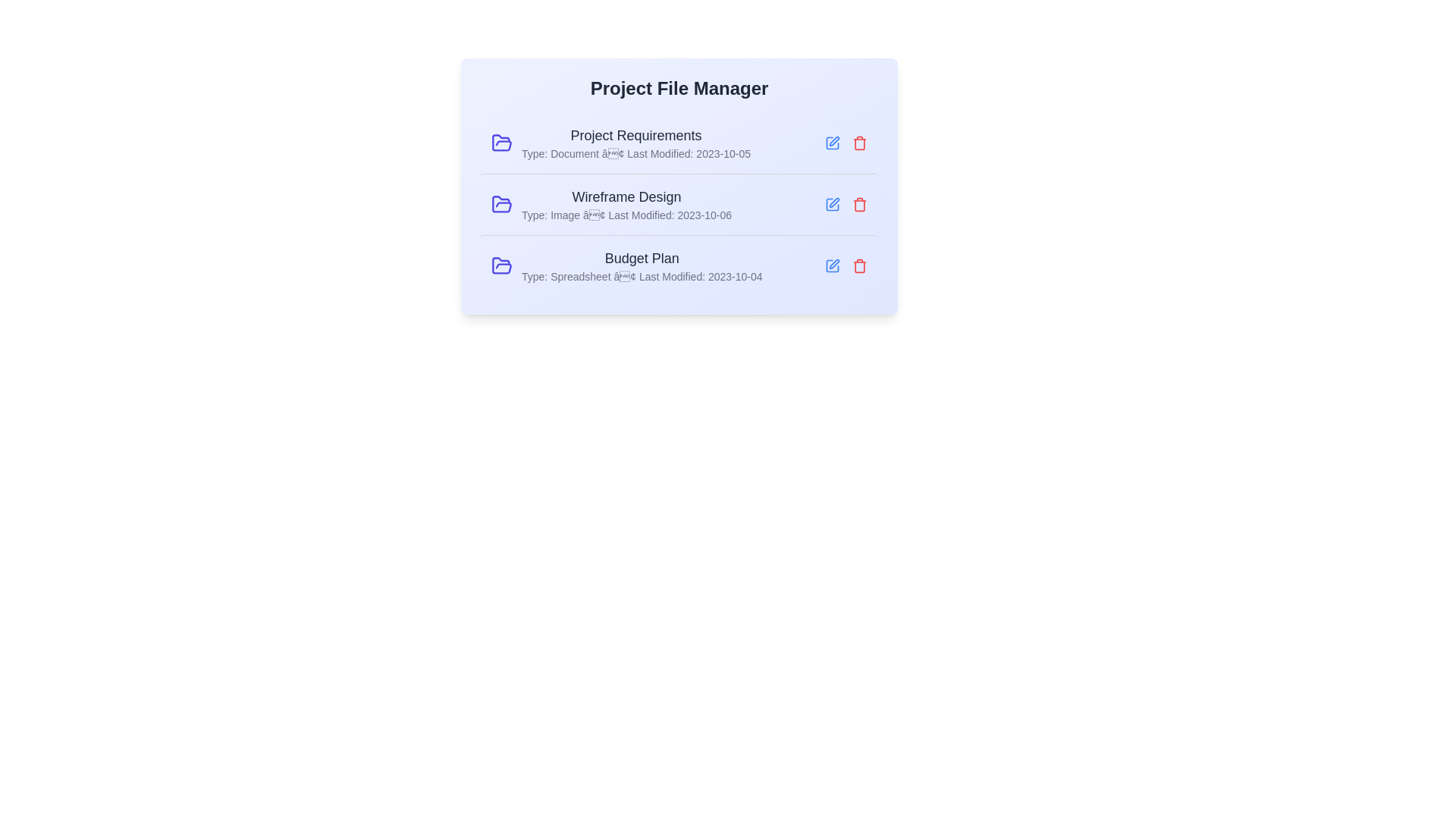 The height and width of the screenshot is (819, 1456). What do you see at coordinates (502, 143) in the screenshot?
I see `the folder icon to open the file Project Requirements` at bounding box center [502, 143].